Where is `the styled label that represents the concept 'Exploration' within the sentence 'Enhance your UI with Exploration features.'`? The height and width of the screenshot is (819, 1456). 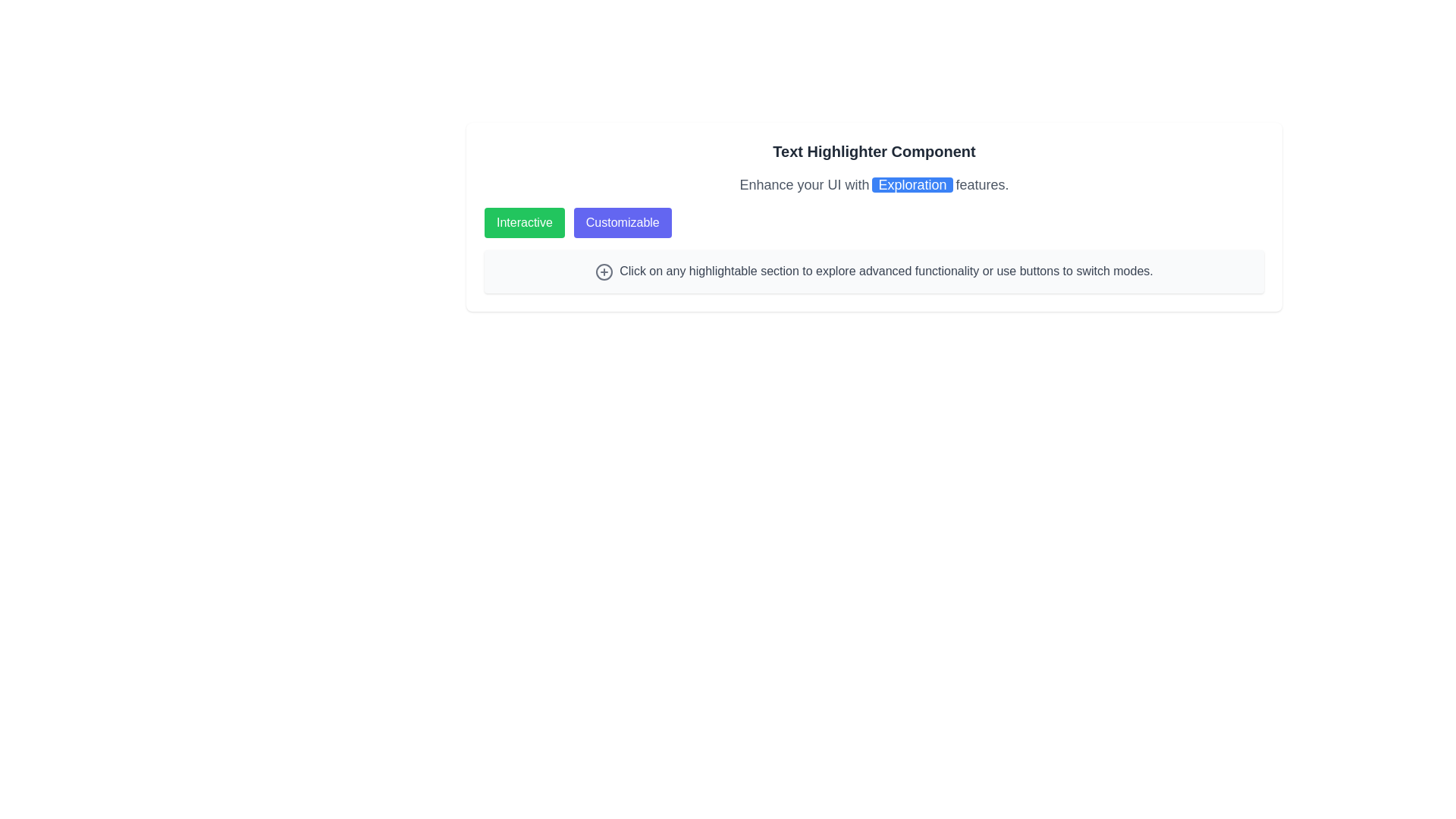 the styled label that represents the concept 'Exploration' within the sentence 'Enhance your UI with Exploration features.' is located at coordinates (912, 184).